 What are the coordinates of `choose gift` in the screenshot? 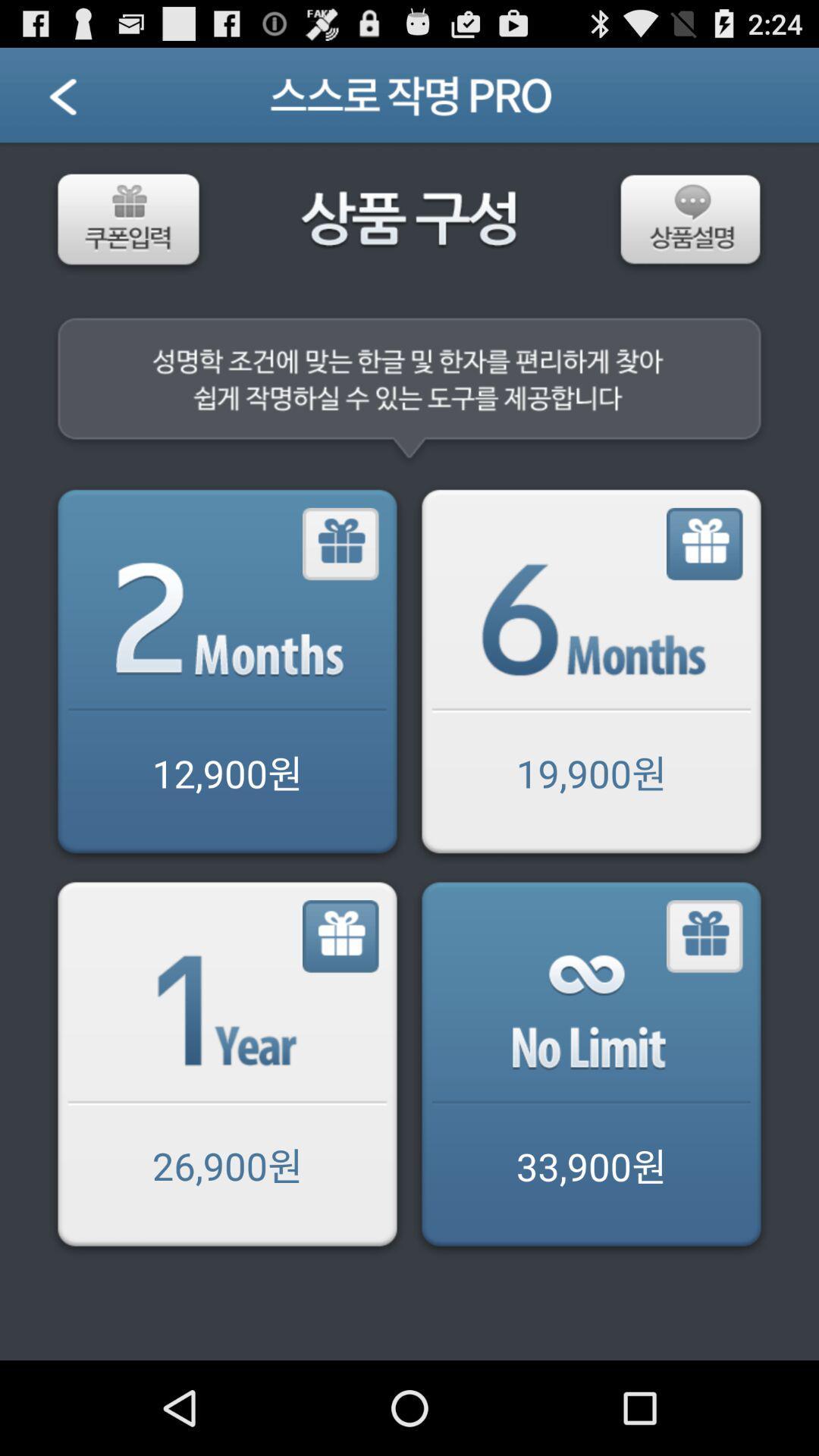 It's located at (704, 544).